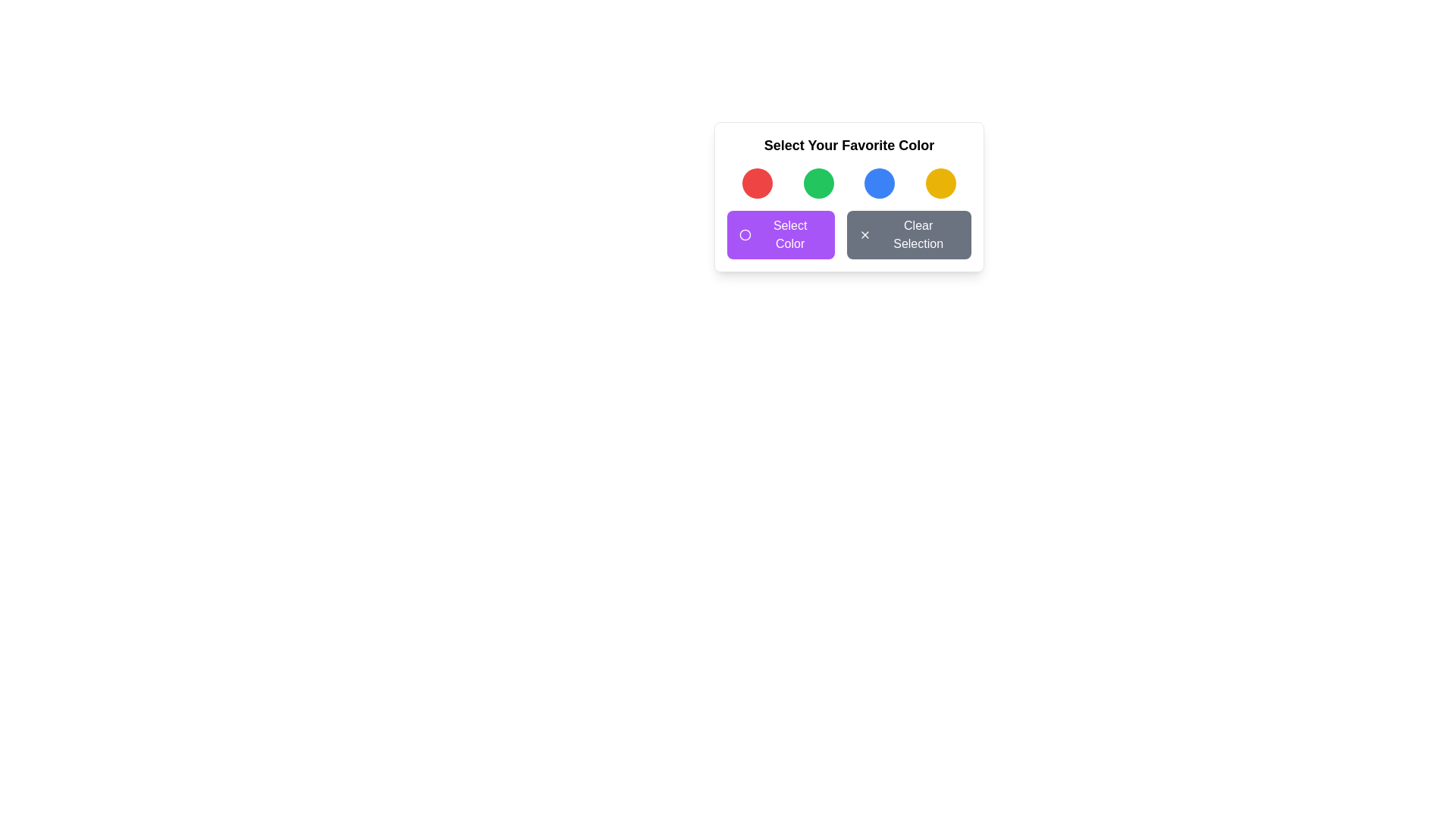 Image resolution: width=1456 pixels, height=819 pixels. Describe the element at coordinates (865, 234) in the screenshot. I see `the 'X' icon within the 'Clear Selection' button` at that location.